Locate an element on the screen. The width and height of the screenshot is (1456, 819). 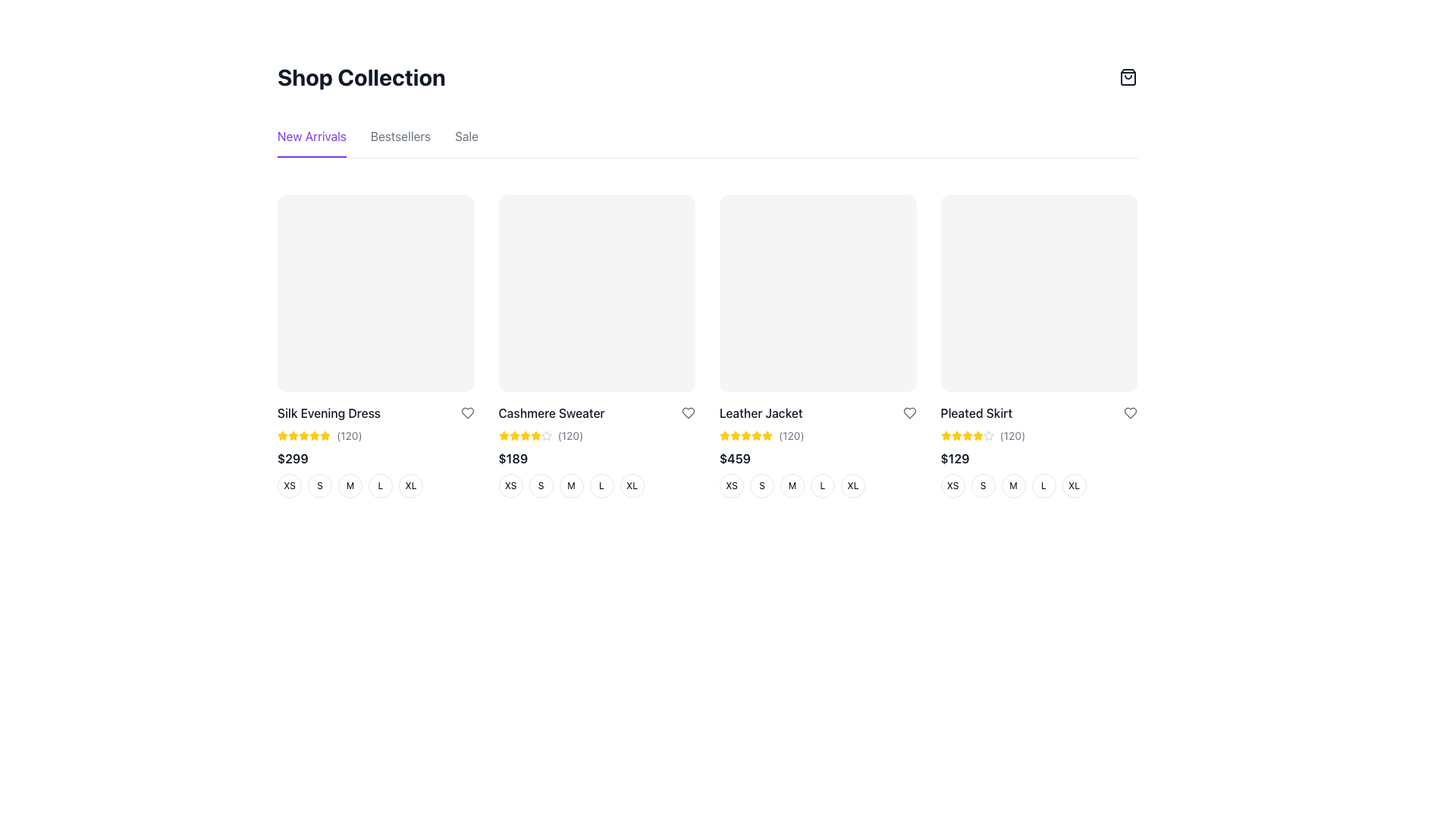
the fifth yellow star icon in the rating scale located under the 'Cashmere Sweater' product card is located at coordinates (525, 435).